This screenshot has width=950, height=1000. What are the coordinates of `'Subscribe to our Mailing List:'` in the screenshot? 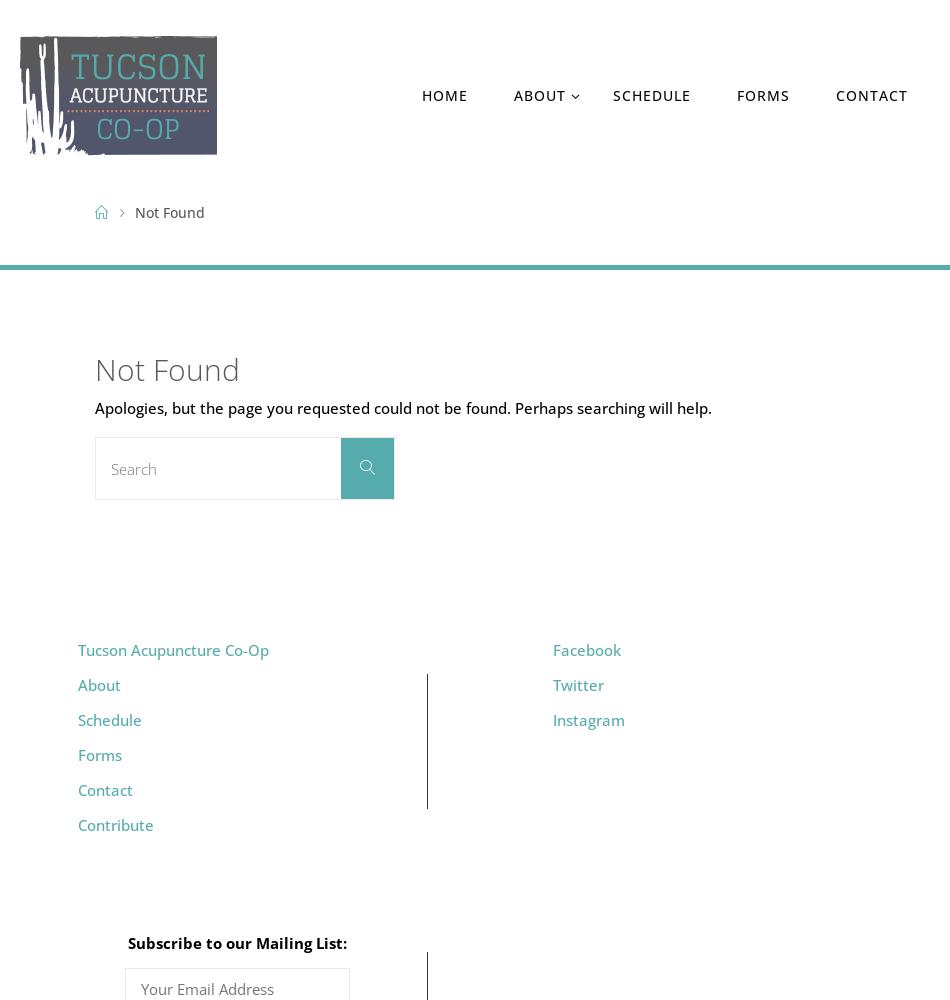 It's located at (237, 942).